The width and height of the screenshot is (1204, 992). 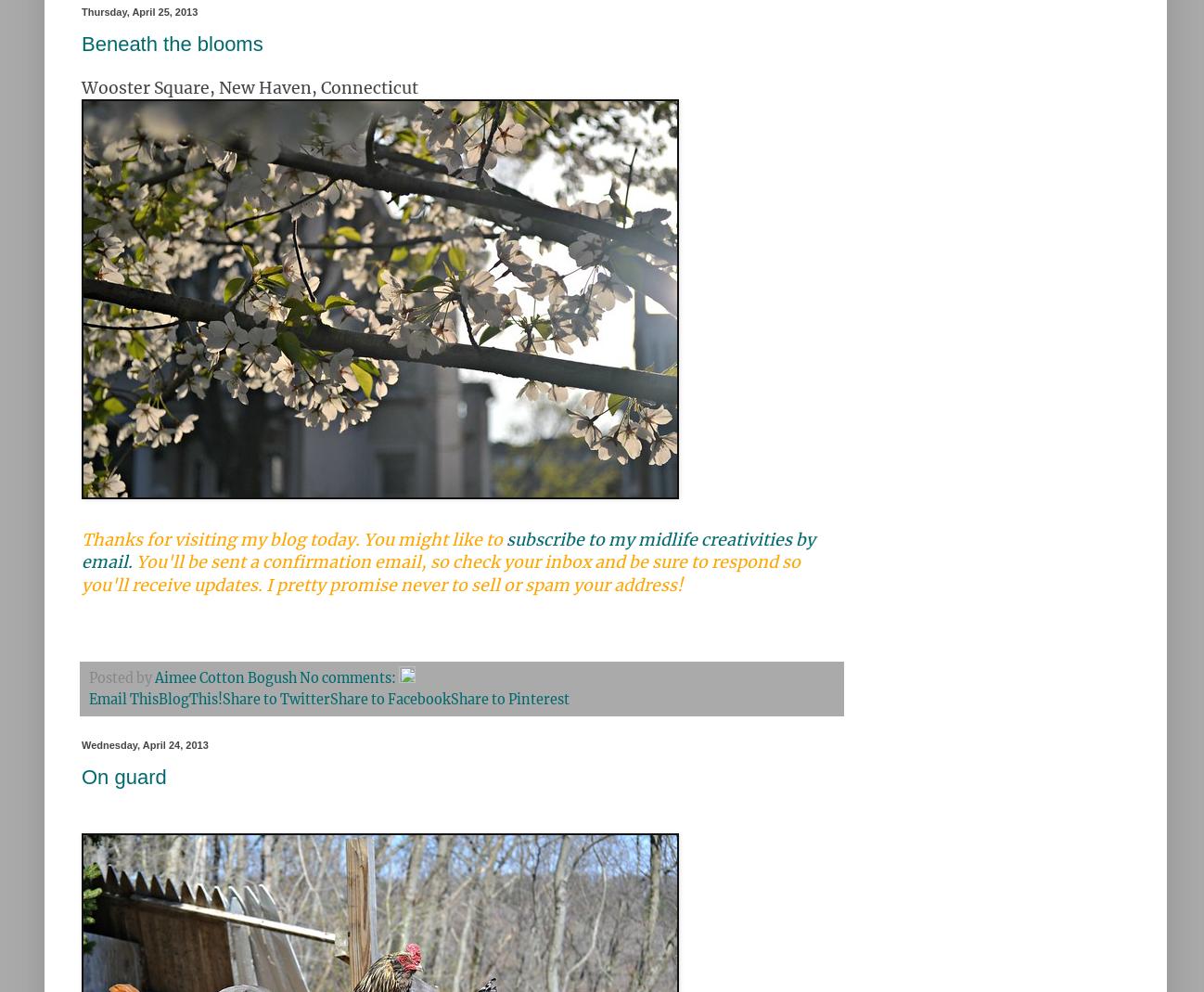 I want to click on 'Wednesday, April 24, 2013', so click(x=144, y=743).